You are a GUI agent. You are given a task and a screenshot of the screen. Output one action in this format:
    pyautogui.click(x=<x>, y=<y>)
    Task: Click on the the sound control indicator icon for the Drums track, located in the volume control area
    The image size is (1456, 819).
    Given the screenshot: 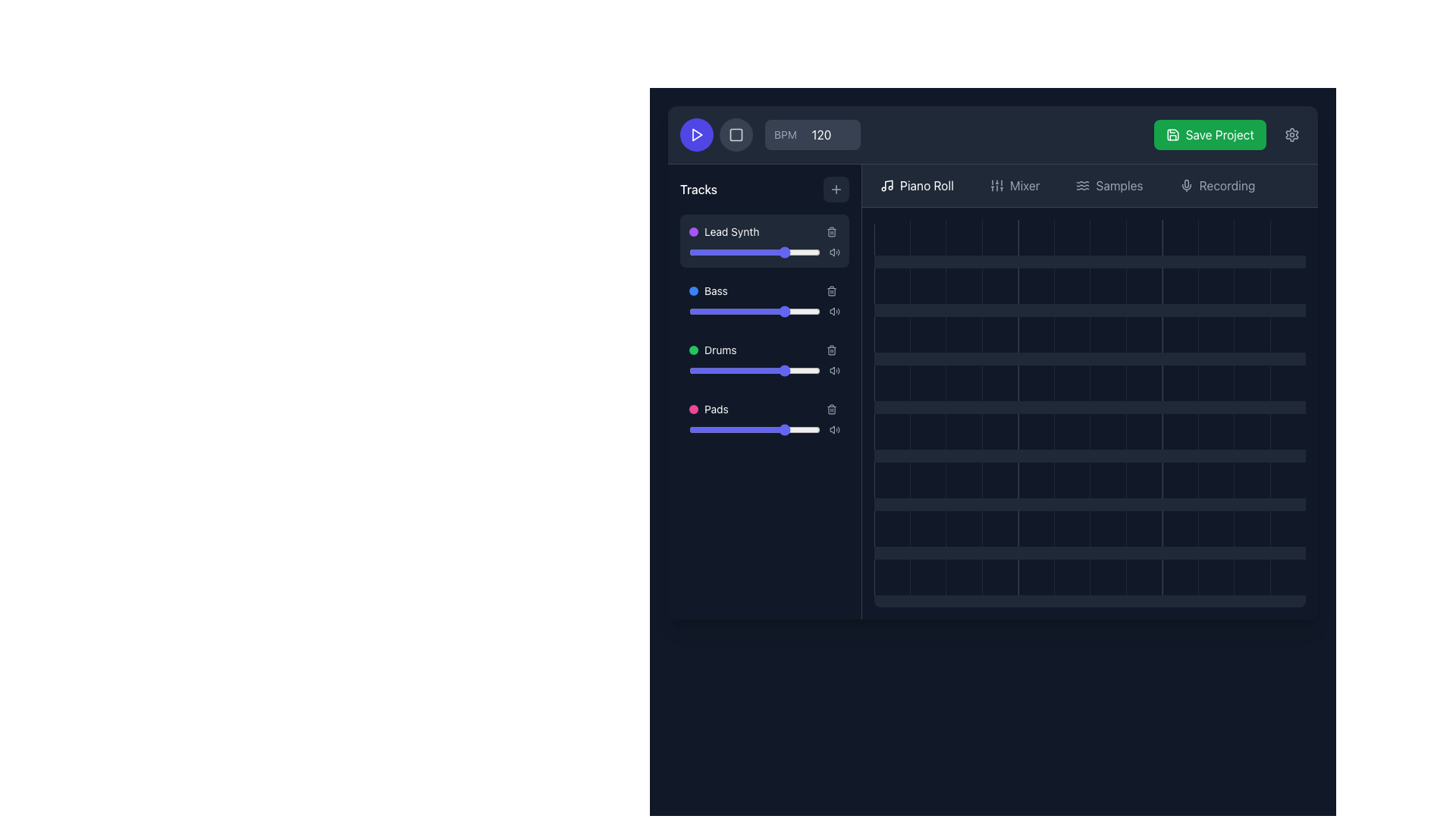 What is the action you would take?
    pyautogui.click(x=831, y=371)
    